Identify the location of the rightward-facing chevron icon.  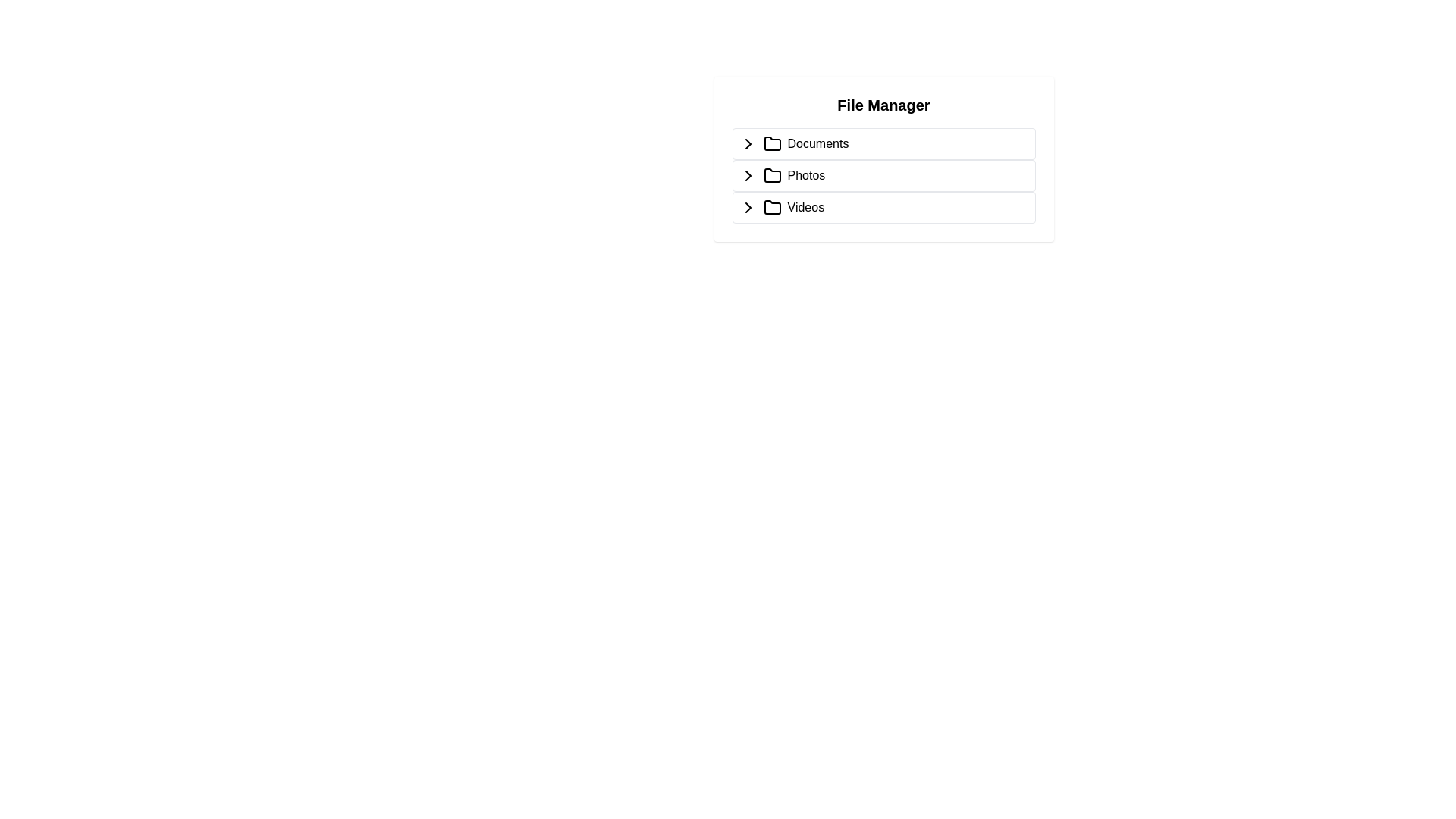
(748, 143).